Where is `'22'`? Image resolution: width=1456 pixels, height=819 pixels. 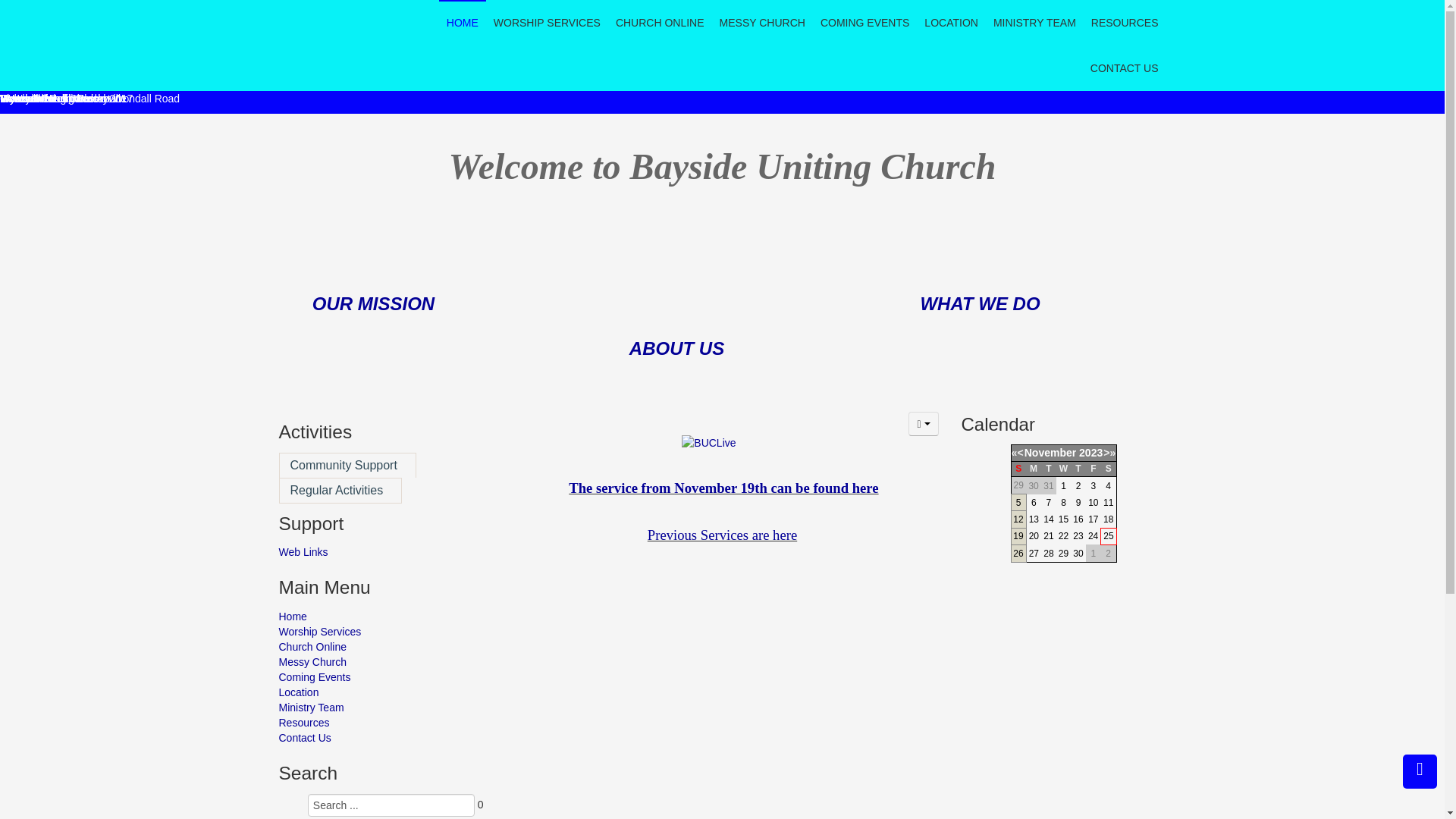
'22' is located at coordinates (1062, 535).